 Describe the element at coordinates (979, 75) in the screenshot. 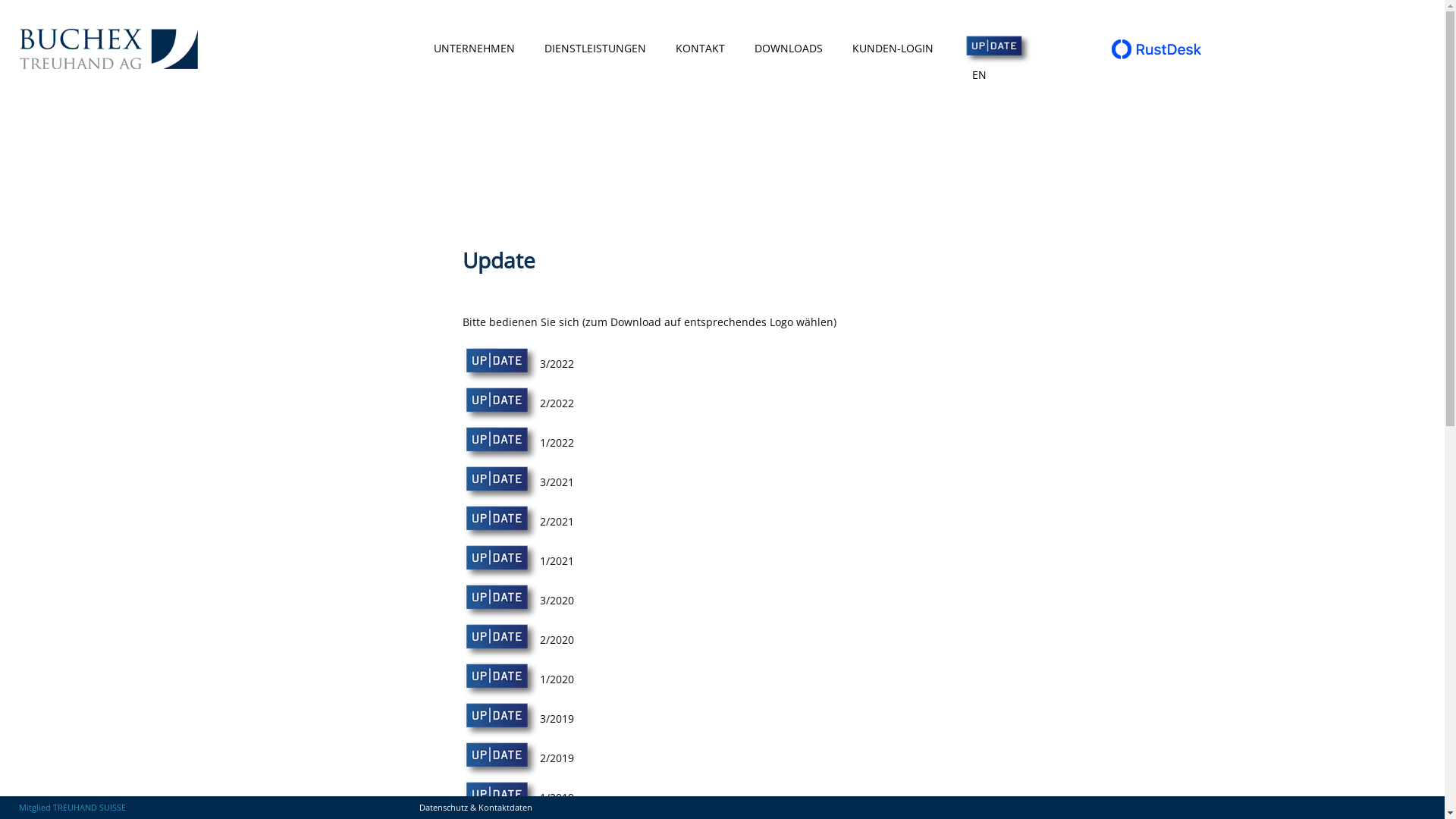

I see `'EN'` at that location.